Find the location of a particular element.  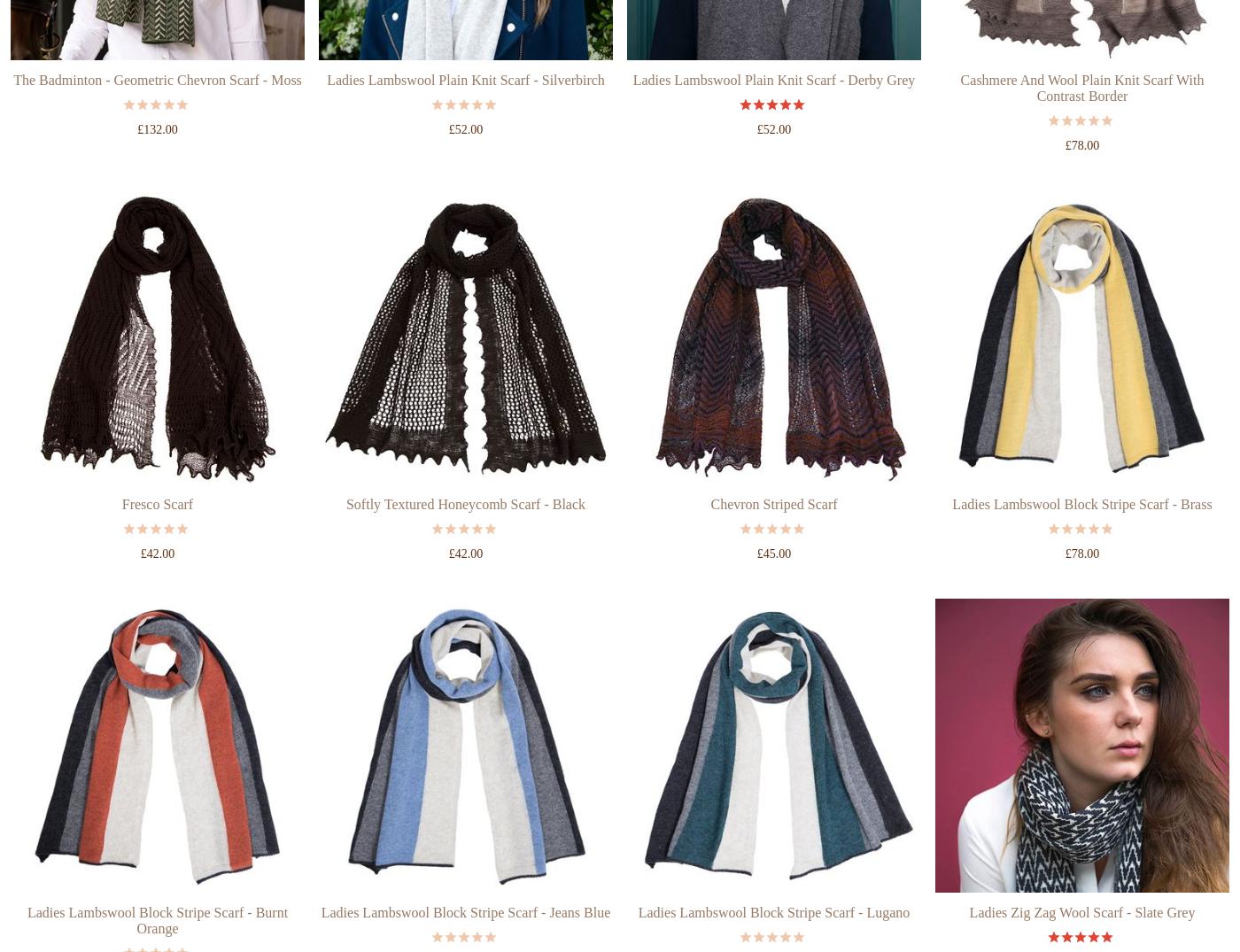

'Ladies Lambswool Plain Knit Scarf - Derby Grey' is located at coordinates (773, 146).